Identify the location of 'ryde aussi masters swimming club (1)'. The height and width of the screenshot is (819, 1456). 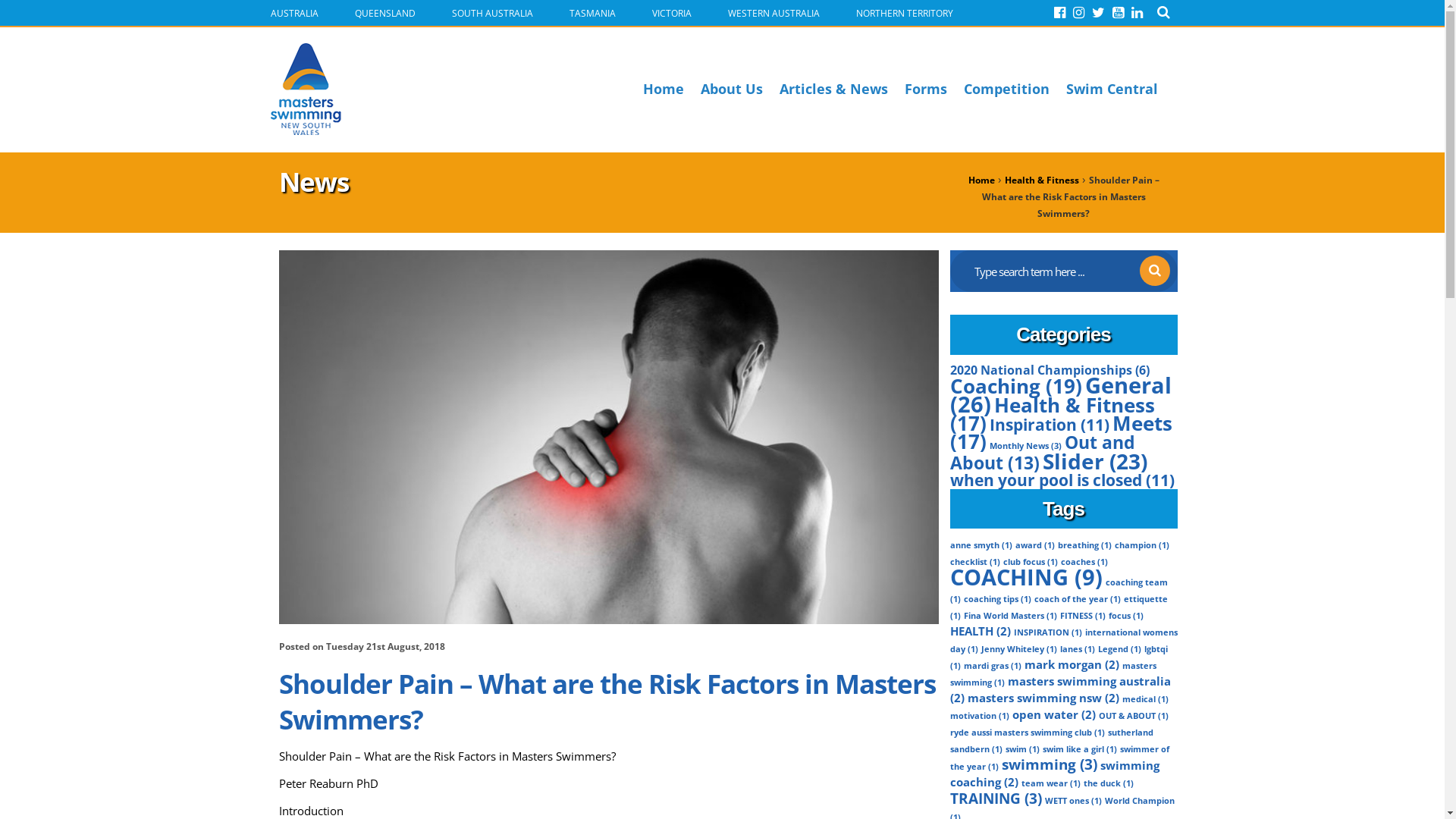
(1026, 731).